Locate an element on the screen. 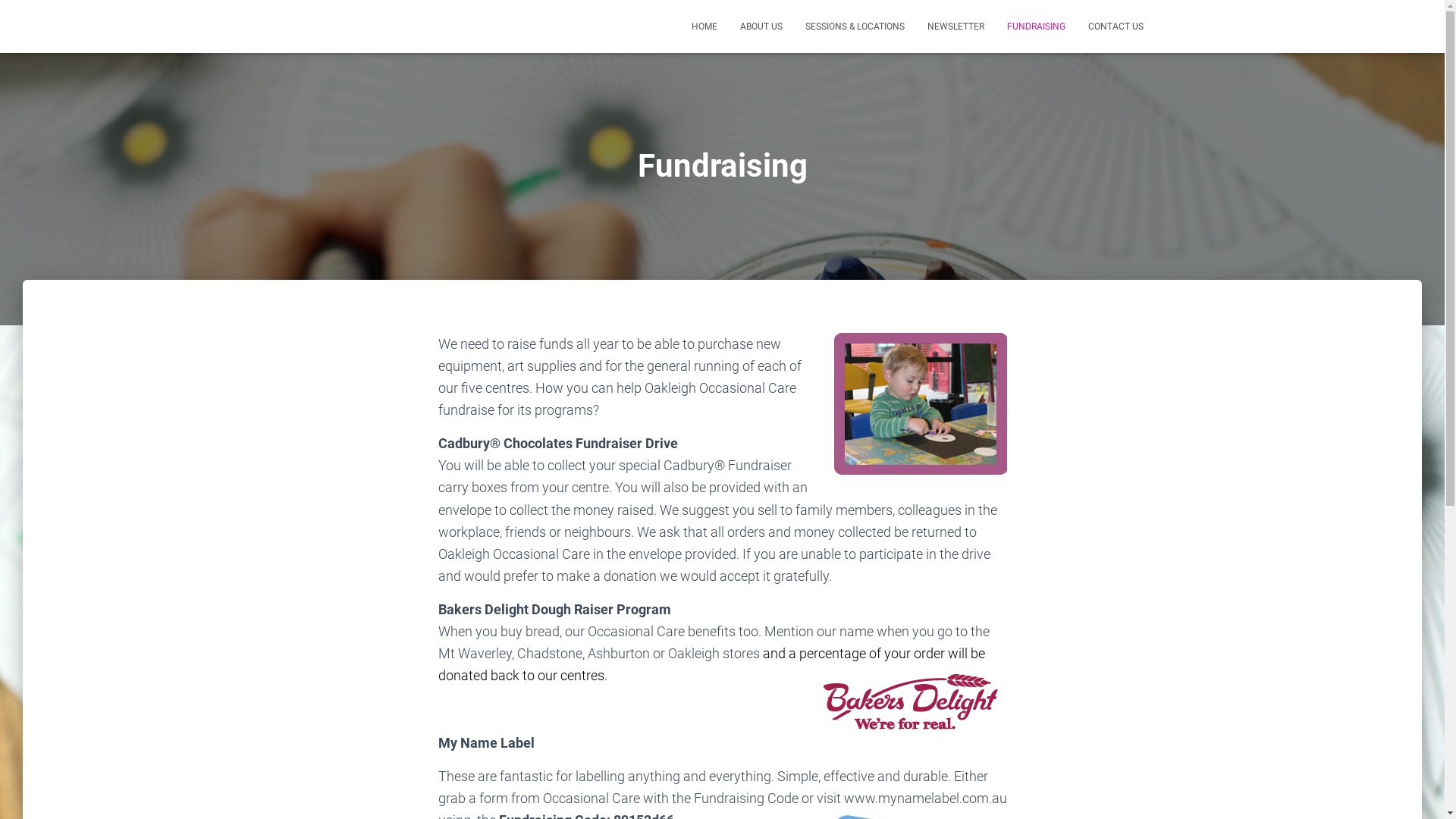 The image size is (1456, 819). 'bakersDelightlogo' is located at coordinates (912, 704).